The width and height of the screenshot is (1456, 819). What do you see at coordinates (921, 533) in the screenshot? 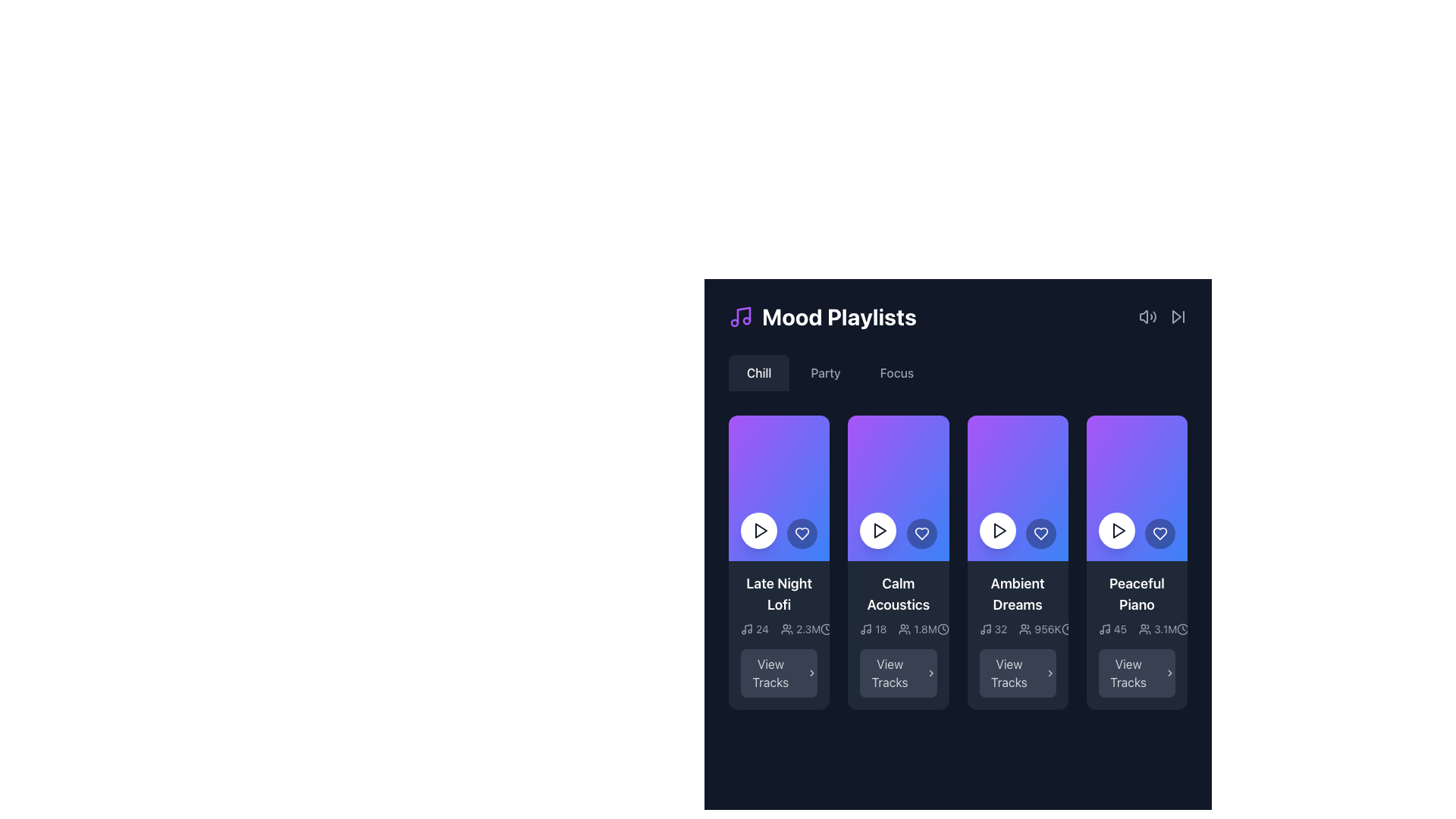
I see `the favorite button located within the third card of the grid layout` at bounding box center [921, 533].